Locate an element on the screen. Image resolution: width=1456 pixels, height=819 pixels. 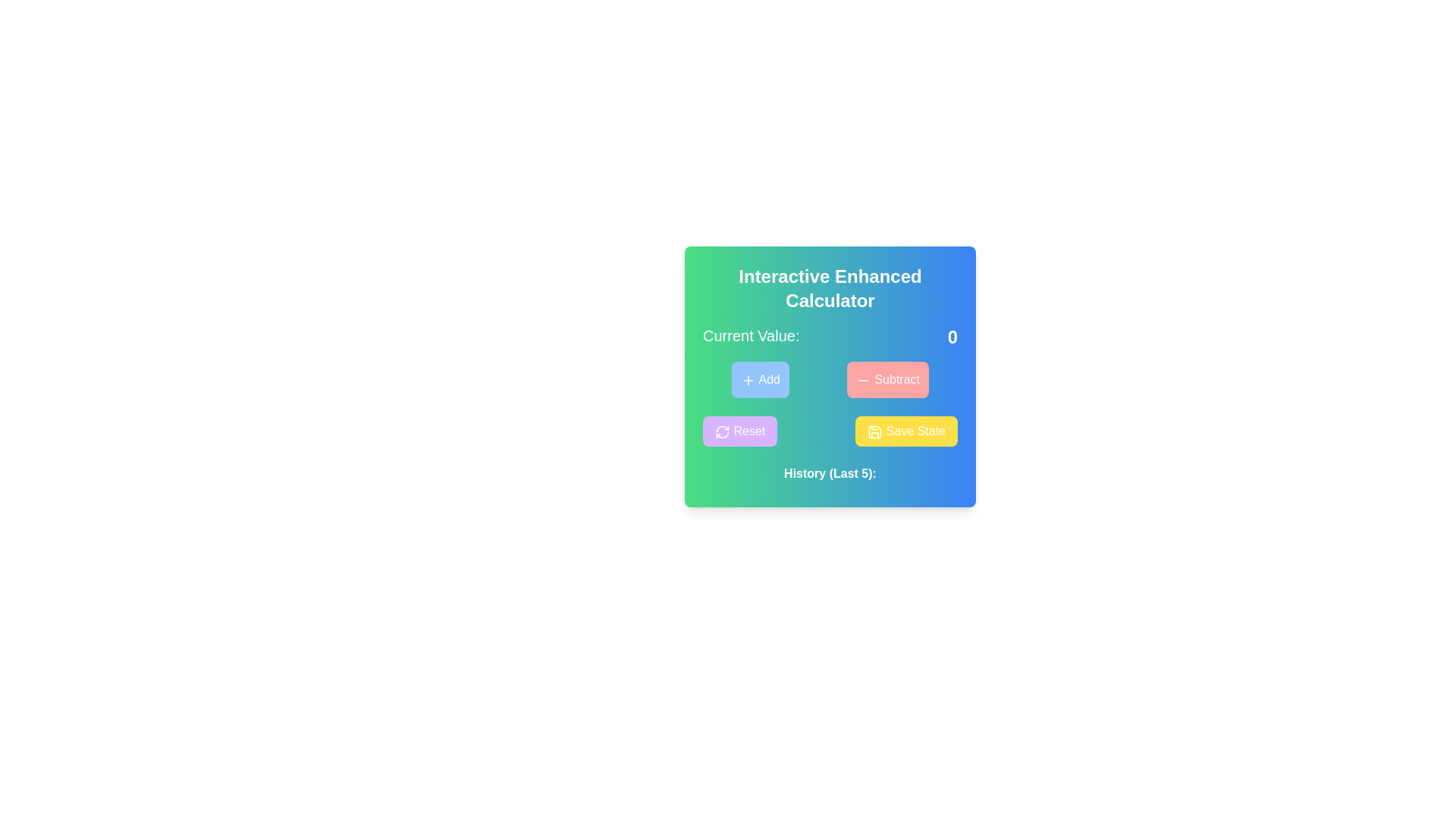
the 'Reset' button, which contains an icon indicating the reset action is located at coordinates (722, 431).